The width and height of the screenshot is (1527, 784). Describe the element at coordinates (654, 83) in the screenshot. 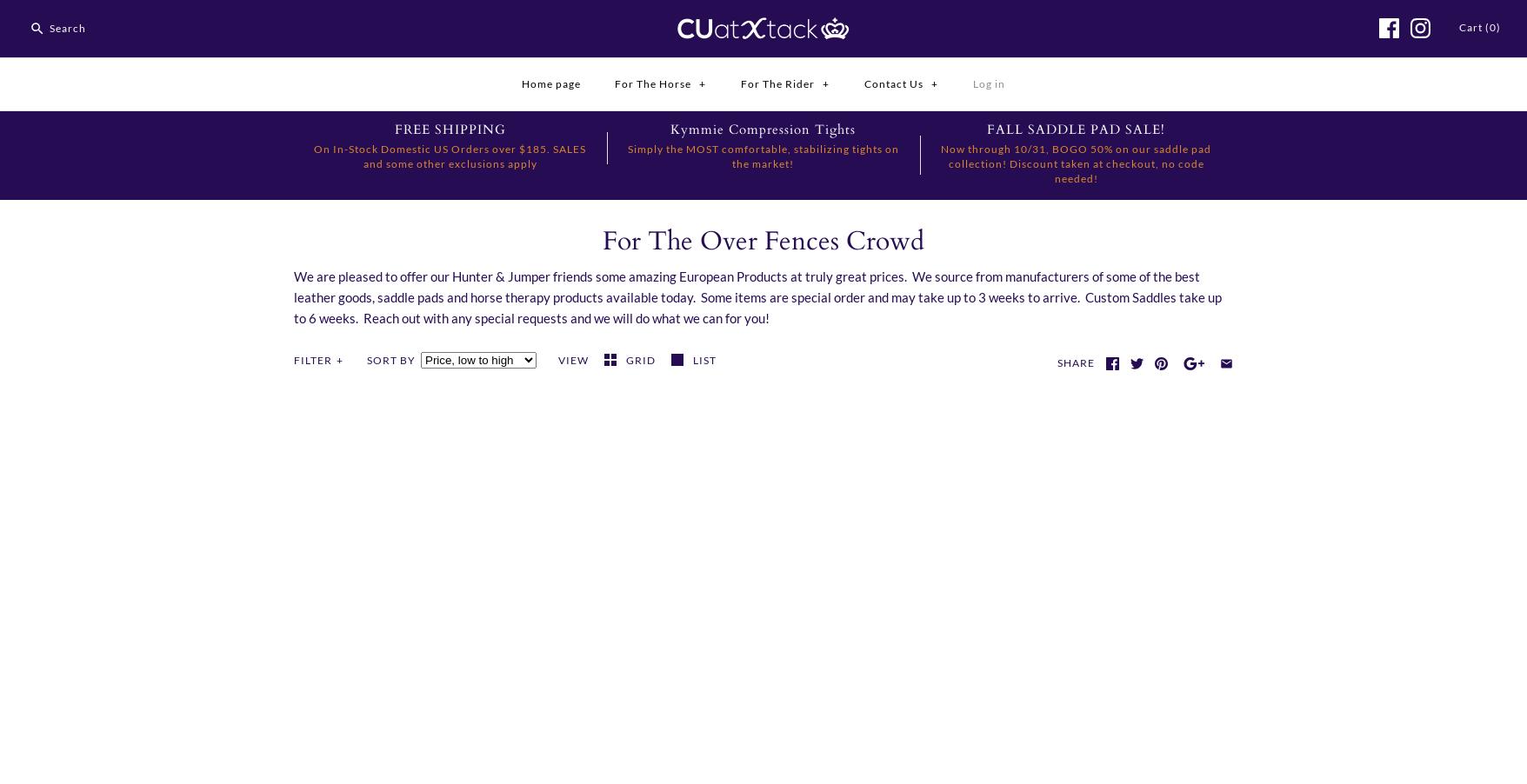

I see `'For The Horse'` at that location.